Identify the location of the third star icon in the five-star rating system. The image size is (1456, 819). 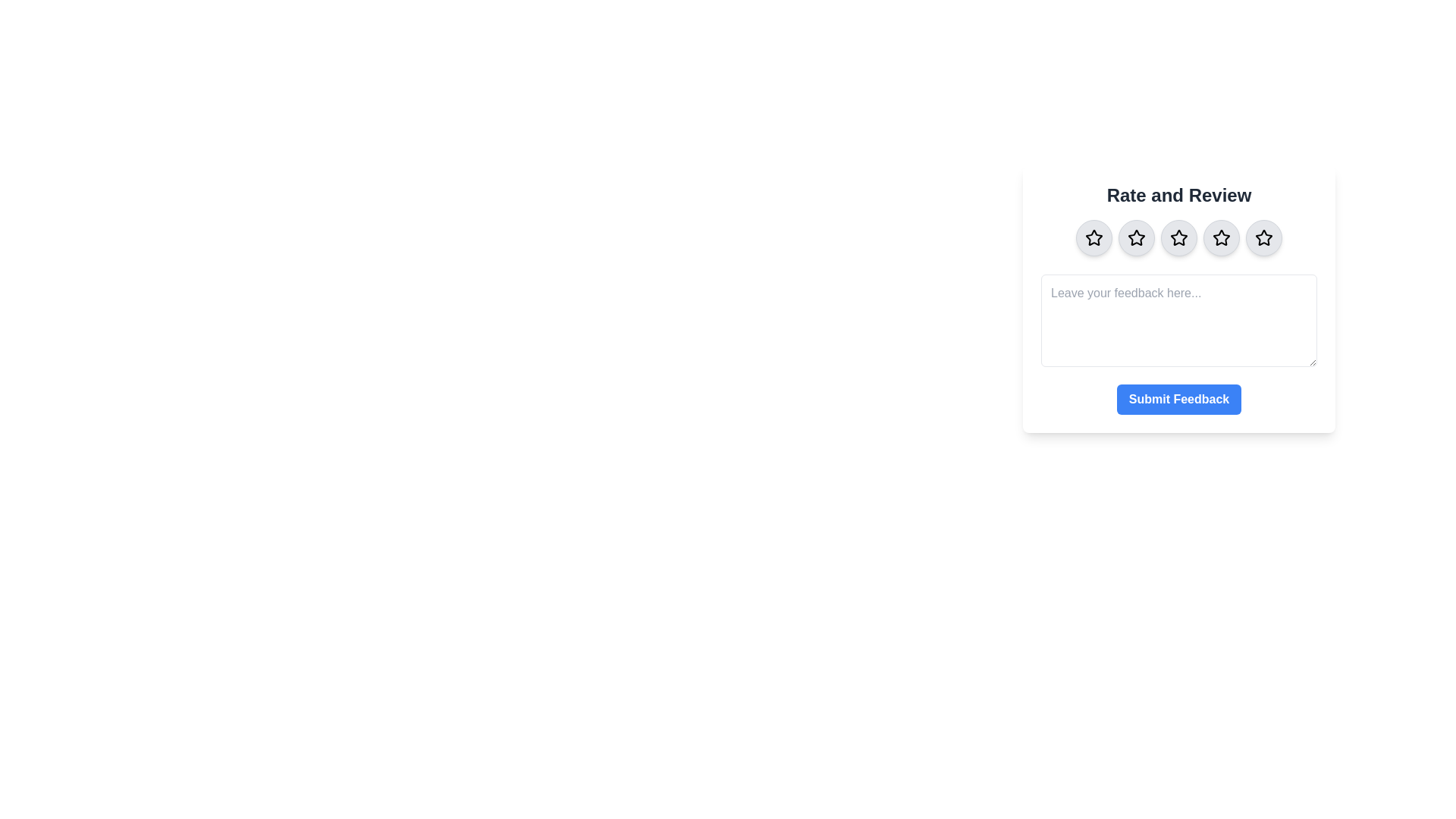
(1178, 237).